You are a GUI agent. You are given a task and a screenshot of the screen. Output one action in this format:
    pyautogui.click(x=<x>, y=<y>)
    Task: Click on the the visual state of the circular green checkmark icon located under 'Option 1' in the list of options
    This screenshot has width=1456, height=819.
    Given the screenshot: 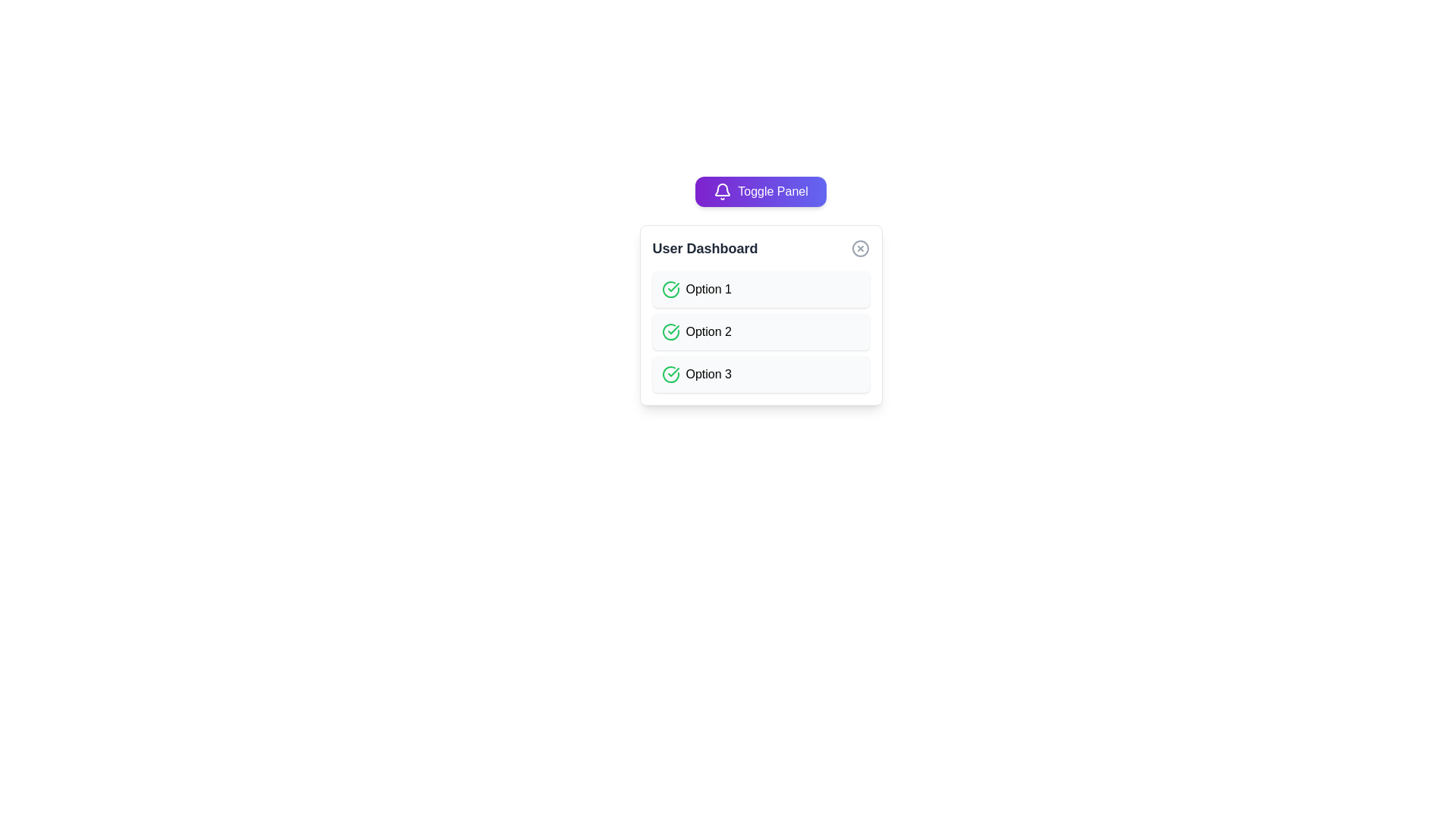 What is the action you would take?
    pyautogui.click(x=670, y=289)
    